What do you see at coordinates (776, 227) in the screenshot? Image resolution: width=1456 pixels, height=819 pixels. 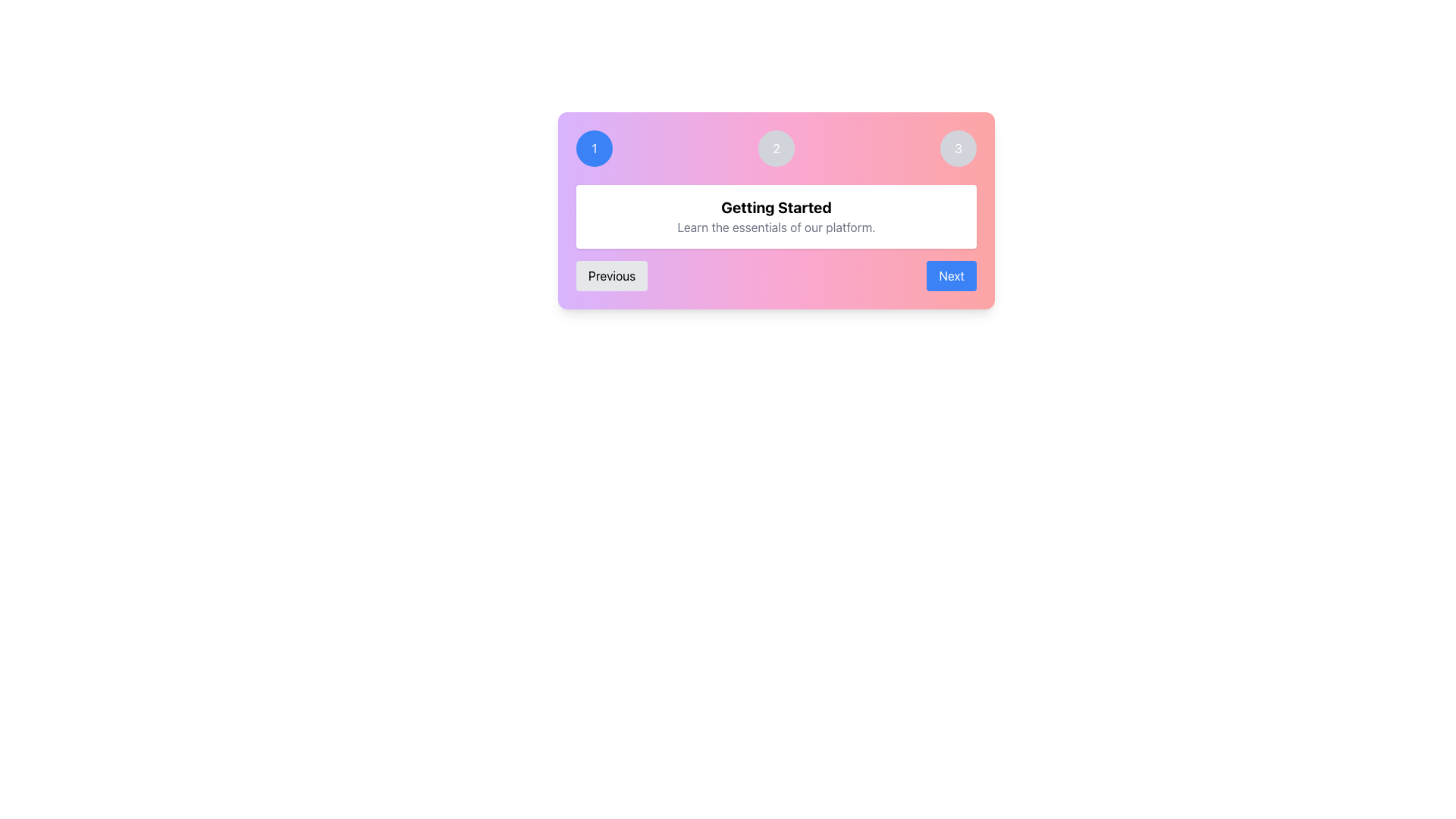 I see `the text element that reads 'Learn the essentials of our platform.' which is styled in gray color and located below the title 'Getting Started' in a white card component` at bounding box center [776, 227].